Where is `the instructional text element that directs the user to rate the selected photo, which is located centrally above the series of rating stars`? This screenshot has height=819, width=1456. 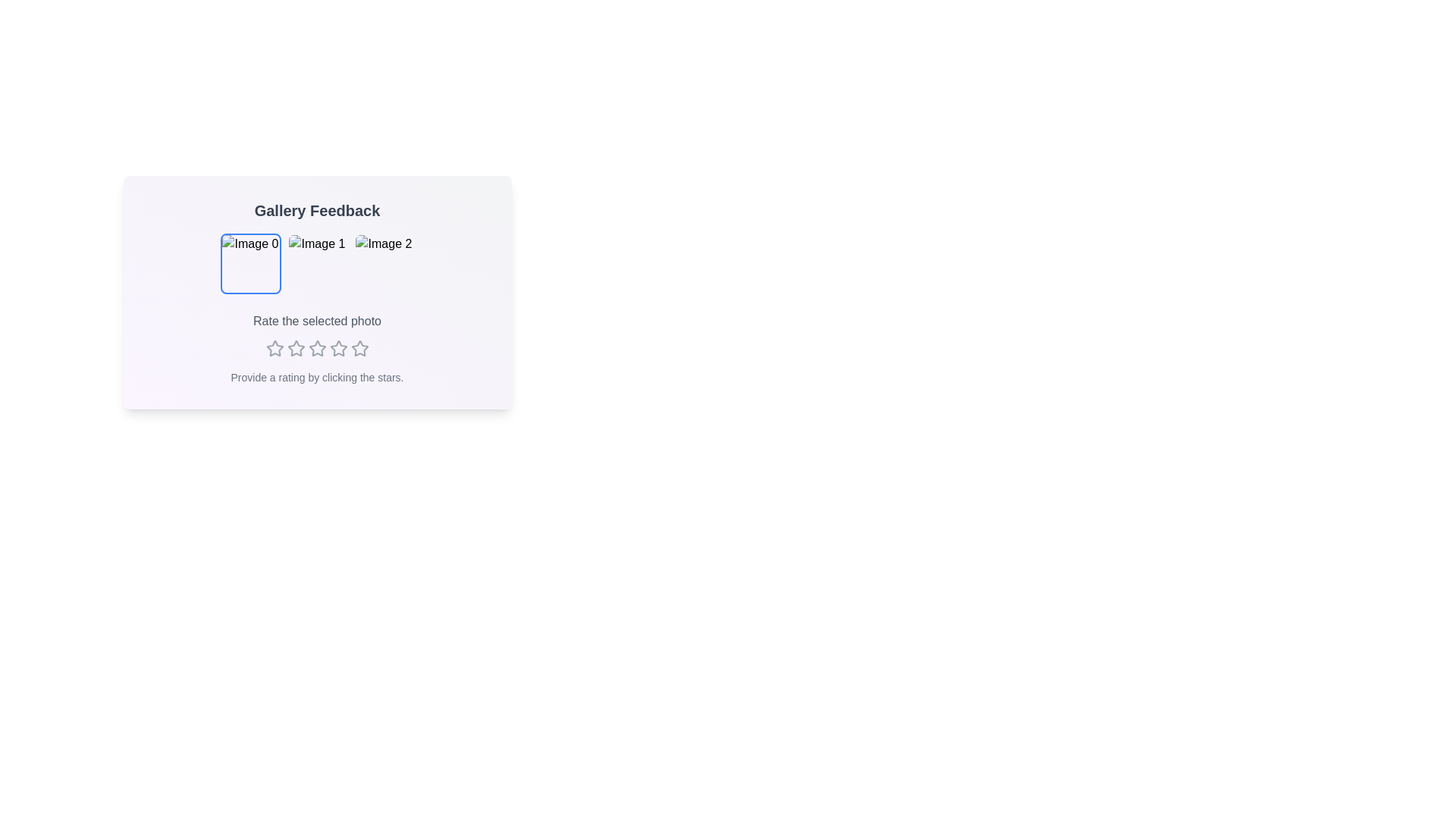 the instructional text element that directs the user to rate the selected photo, which is located centrally above the series of rating stars is located at coordinates (316, 321).